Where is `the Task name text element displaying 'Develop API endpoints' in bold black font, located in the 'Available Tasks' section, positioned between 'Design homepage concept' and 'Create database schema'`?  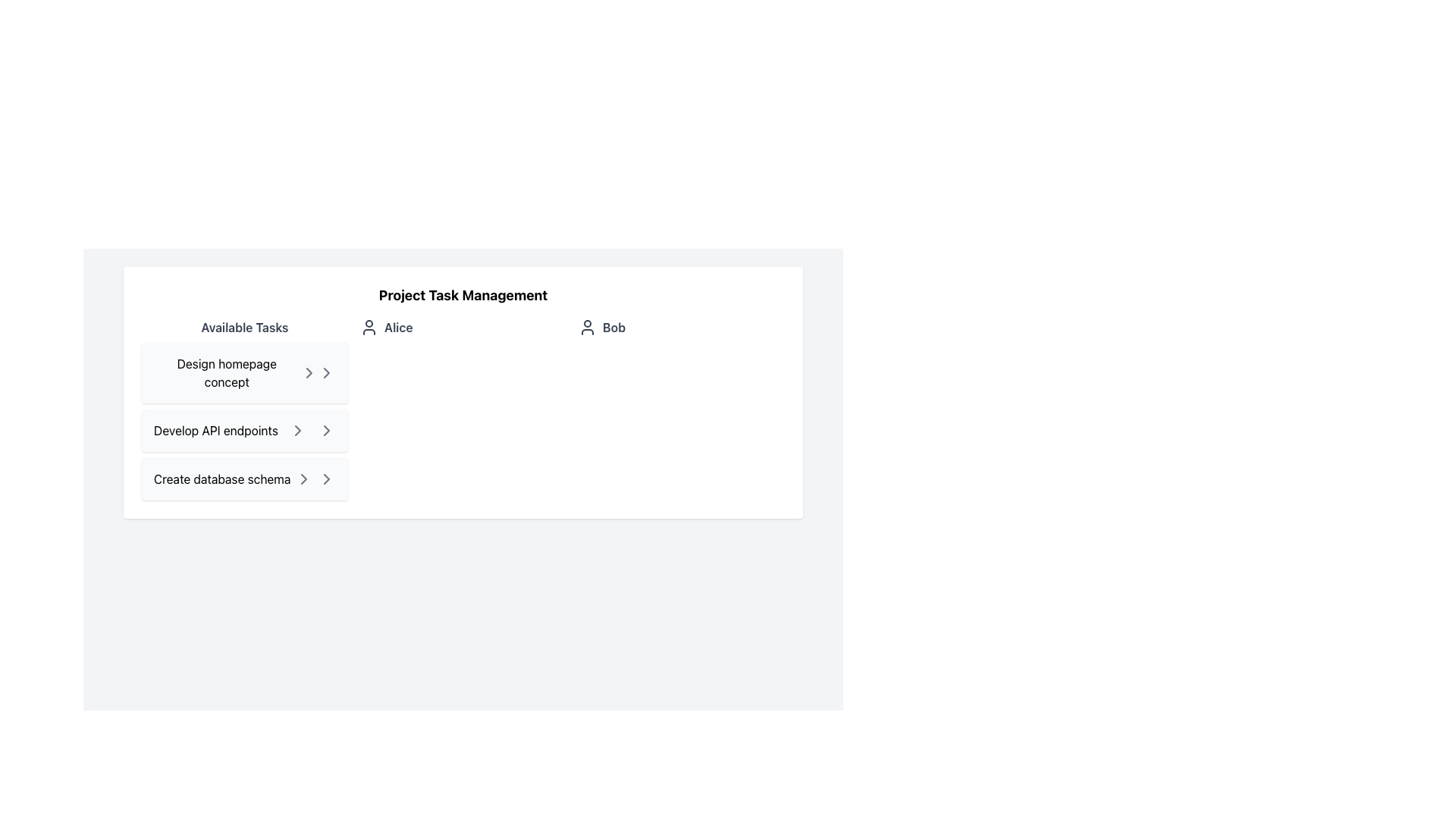 the Task name text element displaying 'Develop API endpoints' in bold black font, located in the 'Available Tasks' section, positioned between 'Design homepage concept' and 'Create database schema' is located at coordinates (215, 430).